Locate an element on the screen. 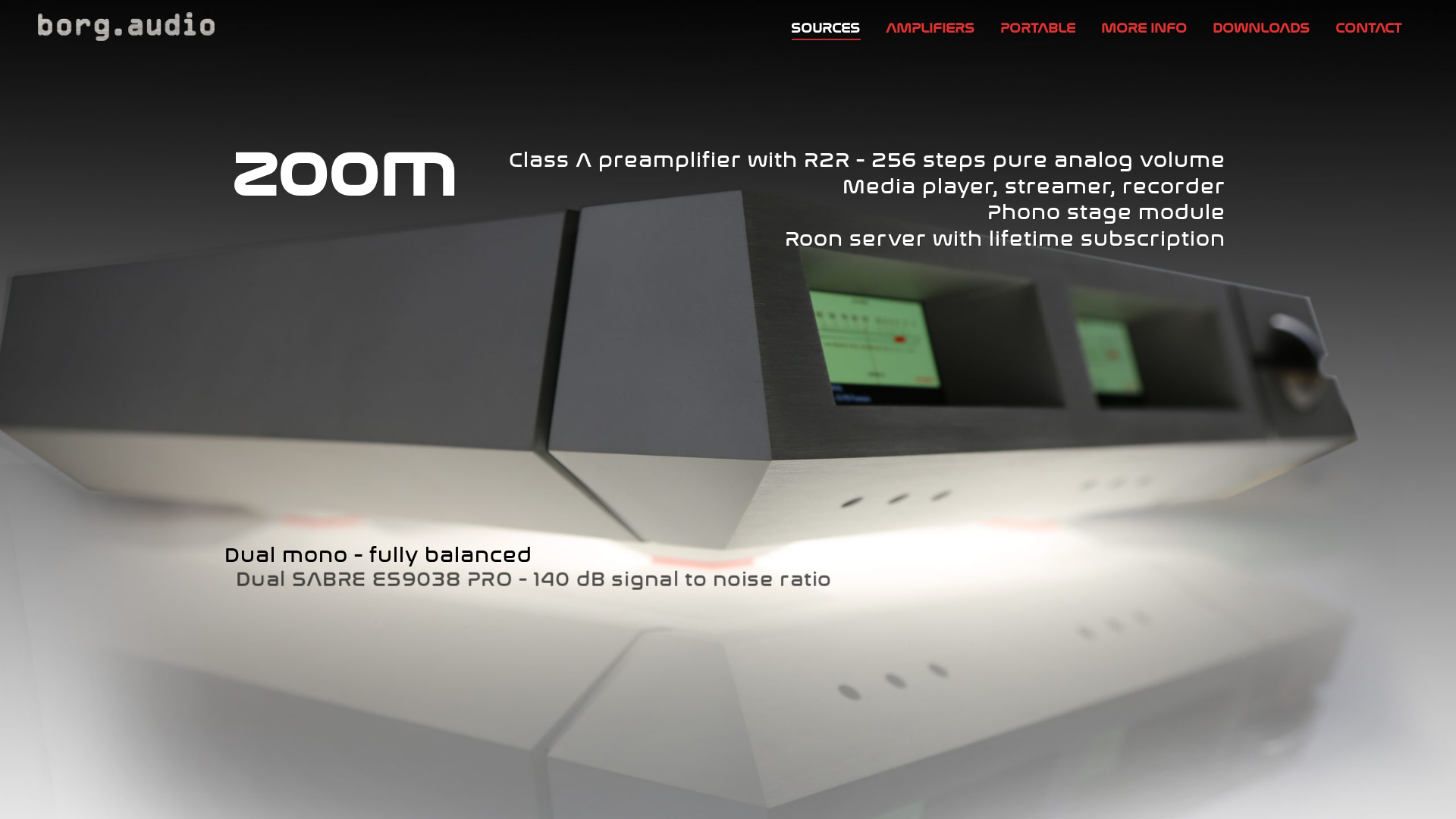 The image size is (1456, 819). 'PORTABLE' is located at coordinates (1037, 26).